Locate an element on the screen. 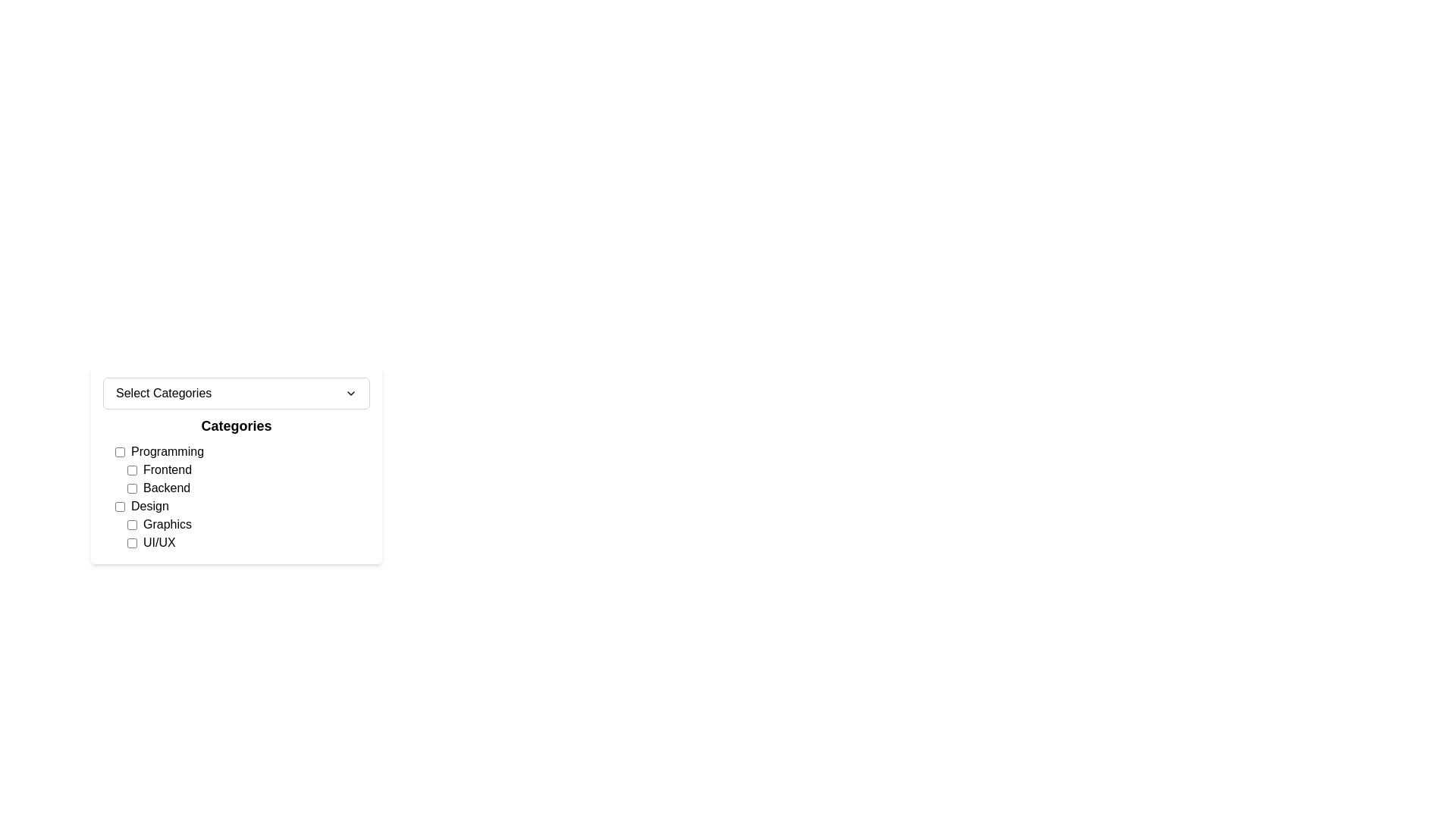 The image size is (1456, 819). the checkbox for the 'UI/UX' category option within the 'Categories' dropdown menu is located at coordinates (132, 542).